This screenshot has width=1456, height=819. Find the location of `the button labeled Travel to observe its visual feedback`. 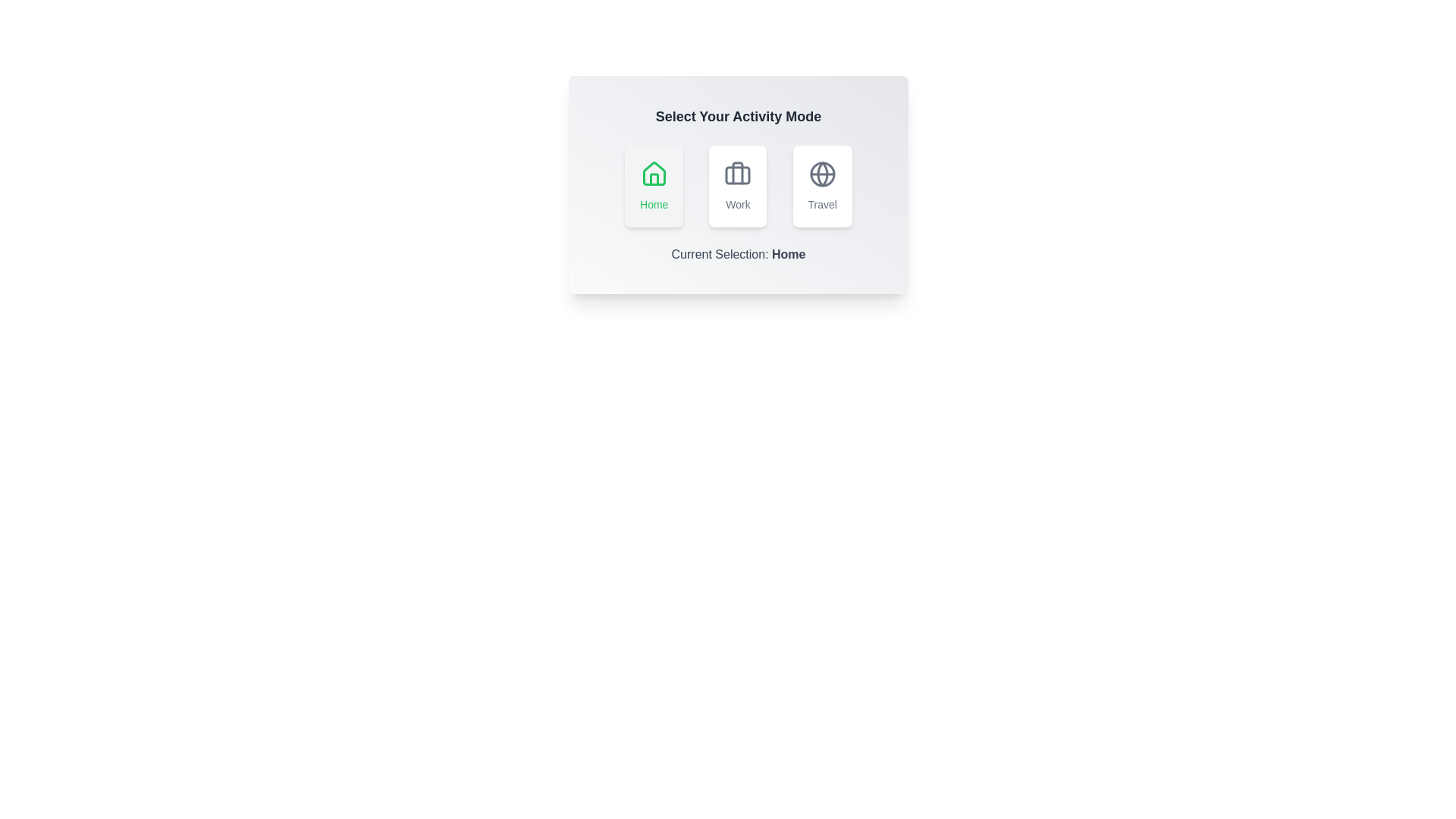

the button labeled Travel to observe its visual feedback is located at coordinates (821, 186).